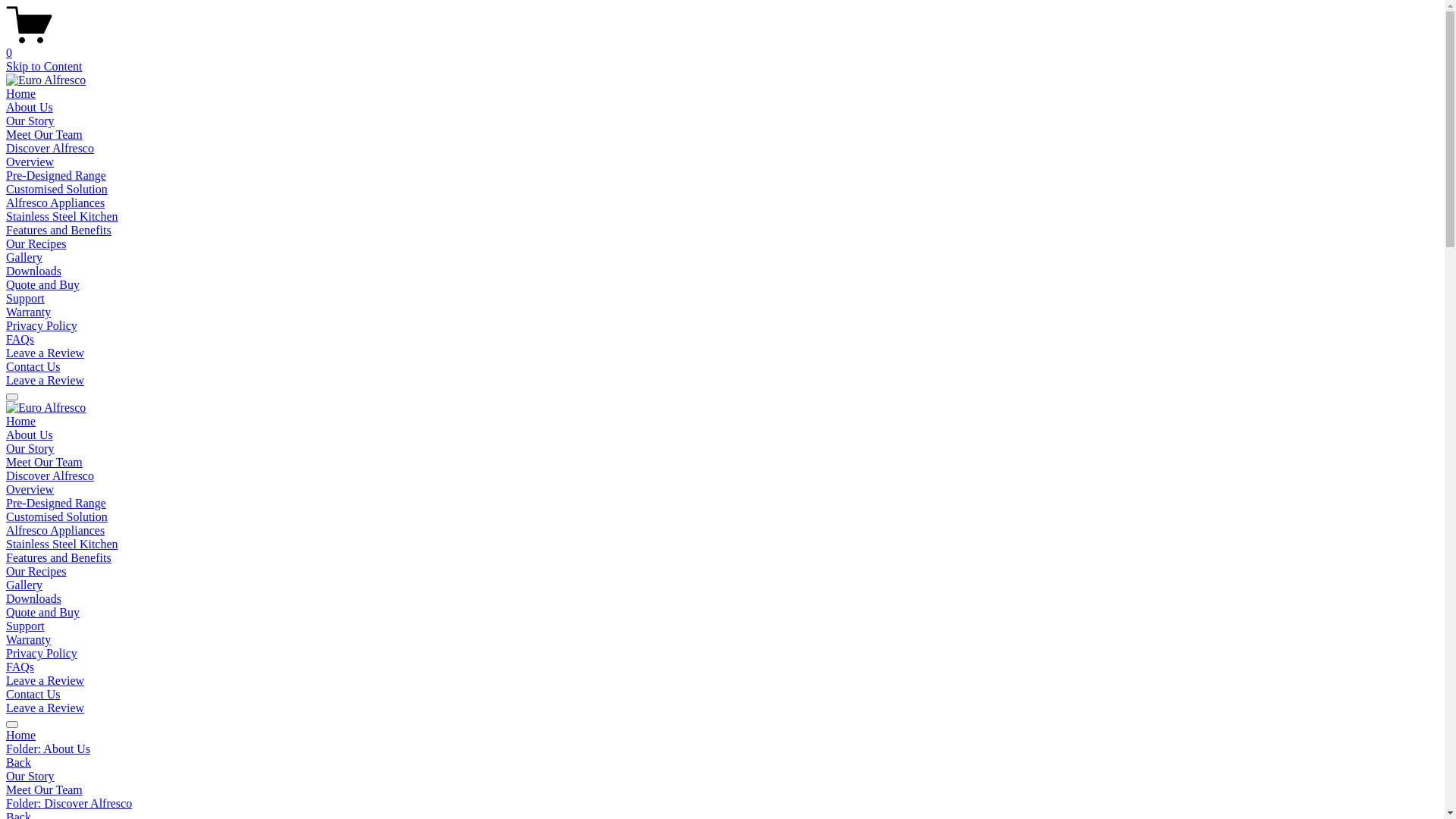  Describe the element at coordinates (33, 598) in the screenshot. I see `'Downloads'` at that location.